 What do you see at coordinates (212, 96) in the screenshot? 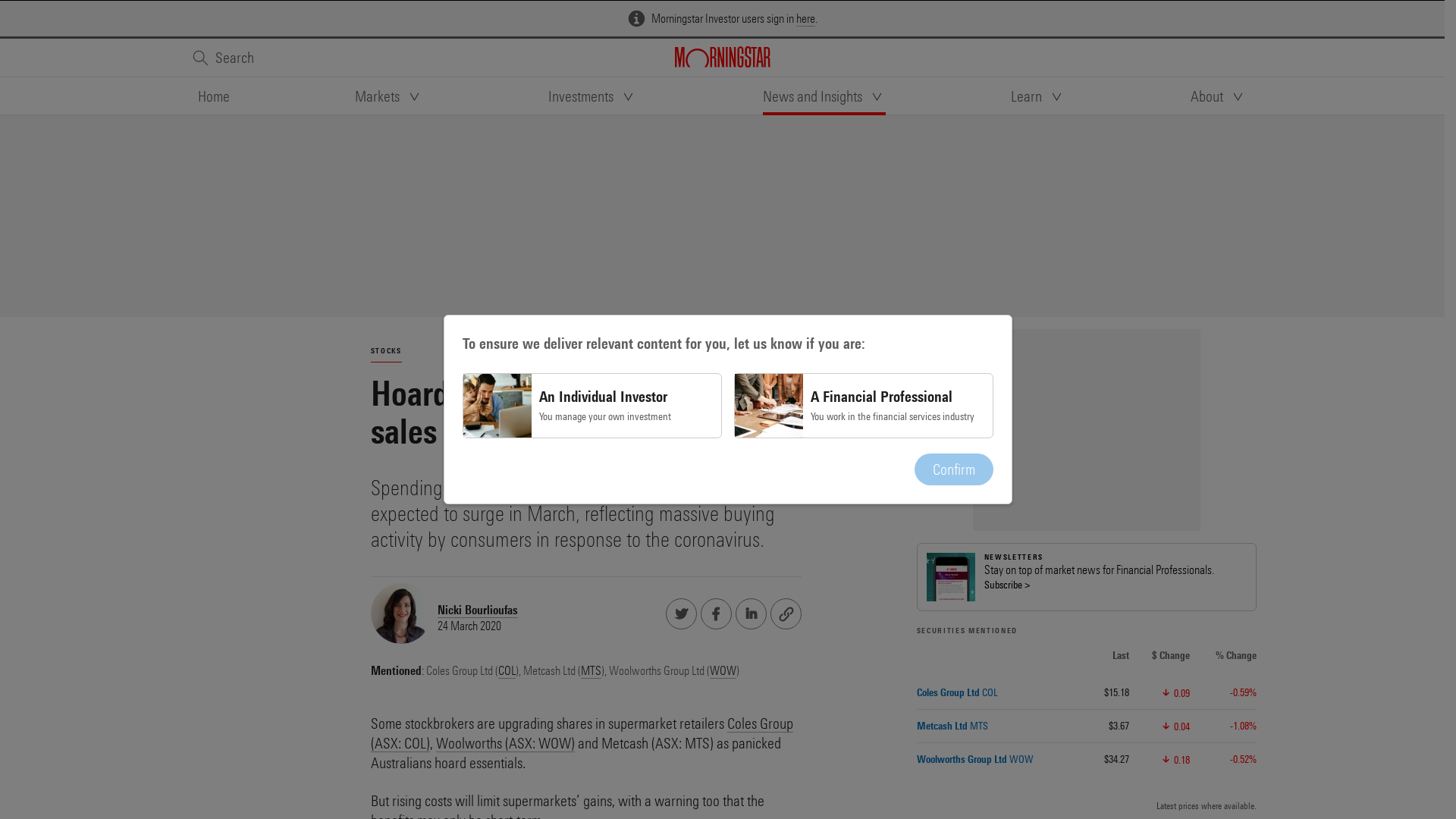
I see `'Home'` at bounding box center [212, 96].